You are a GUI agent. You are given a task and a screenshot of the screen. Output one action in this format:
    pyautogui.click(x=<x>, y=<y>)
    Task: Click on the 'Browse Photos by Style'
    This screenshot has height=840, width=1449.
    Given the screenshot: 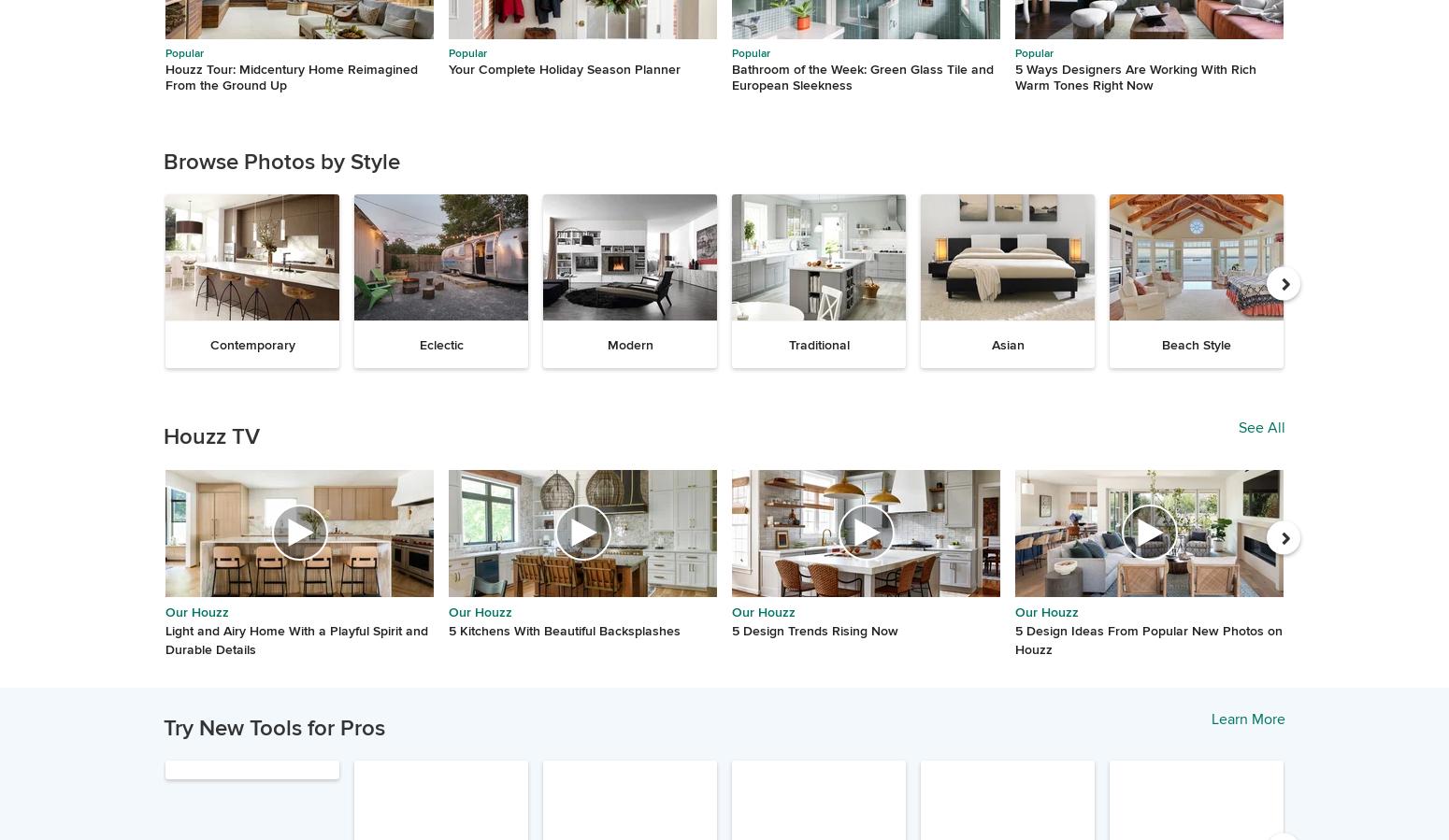 What is the action you would take?
    pyautogui.click(x=281, y=162)
    